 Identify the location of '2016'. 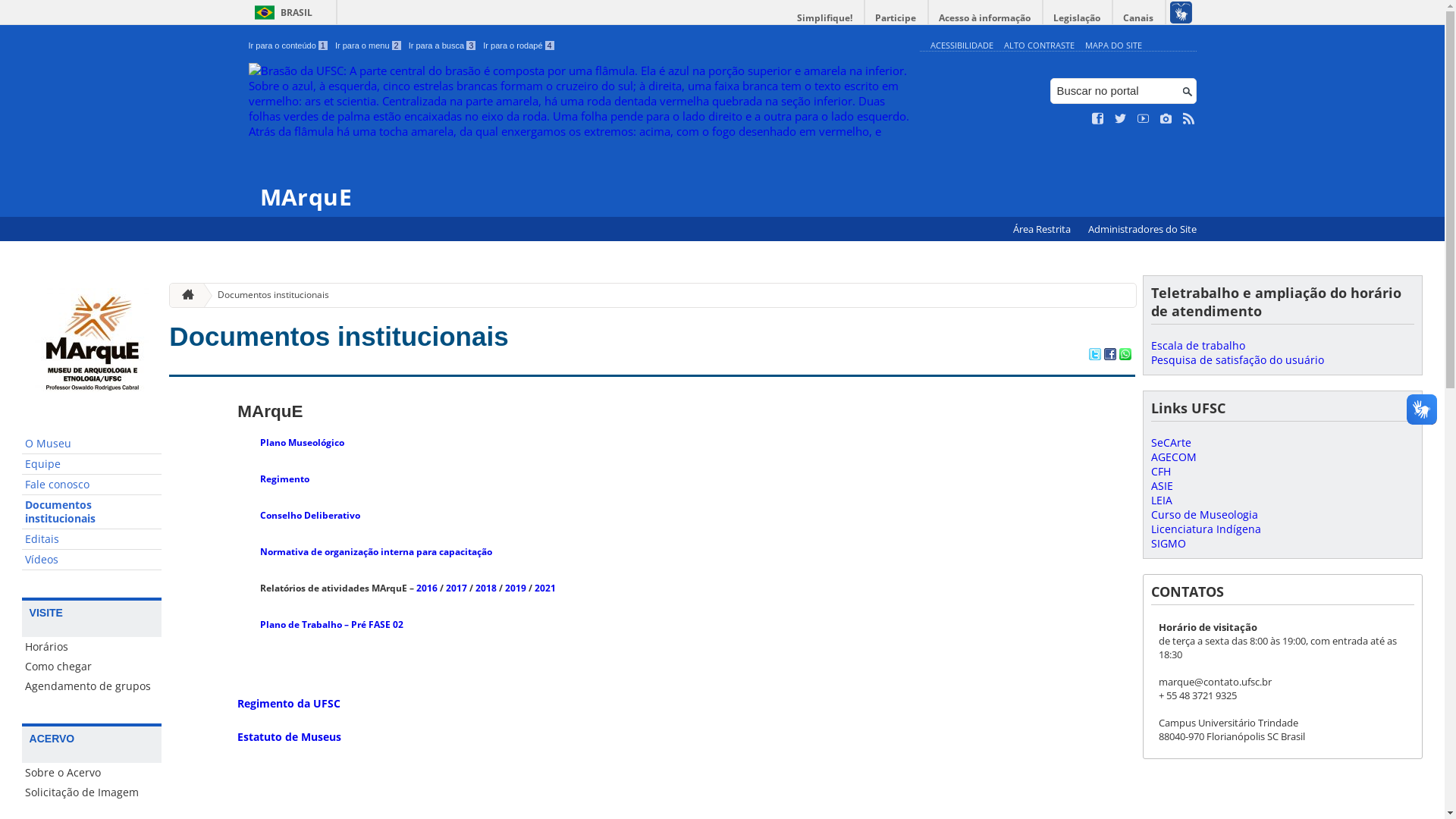
(425, 587).